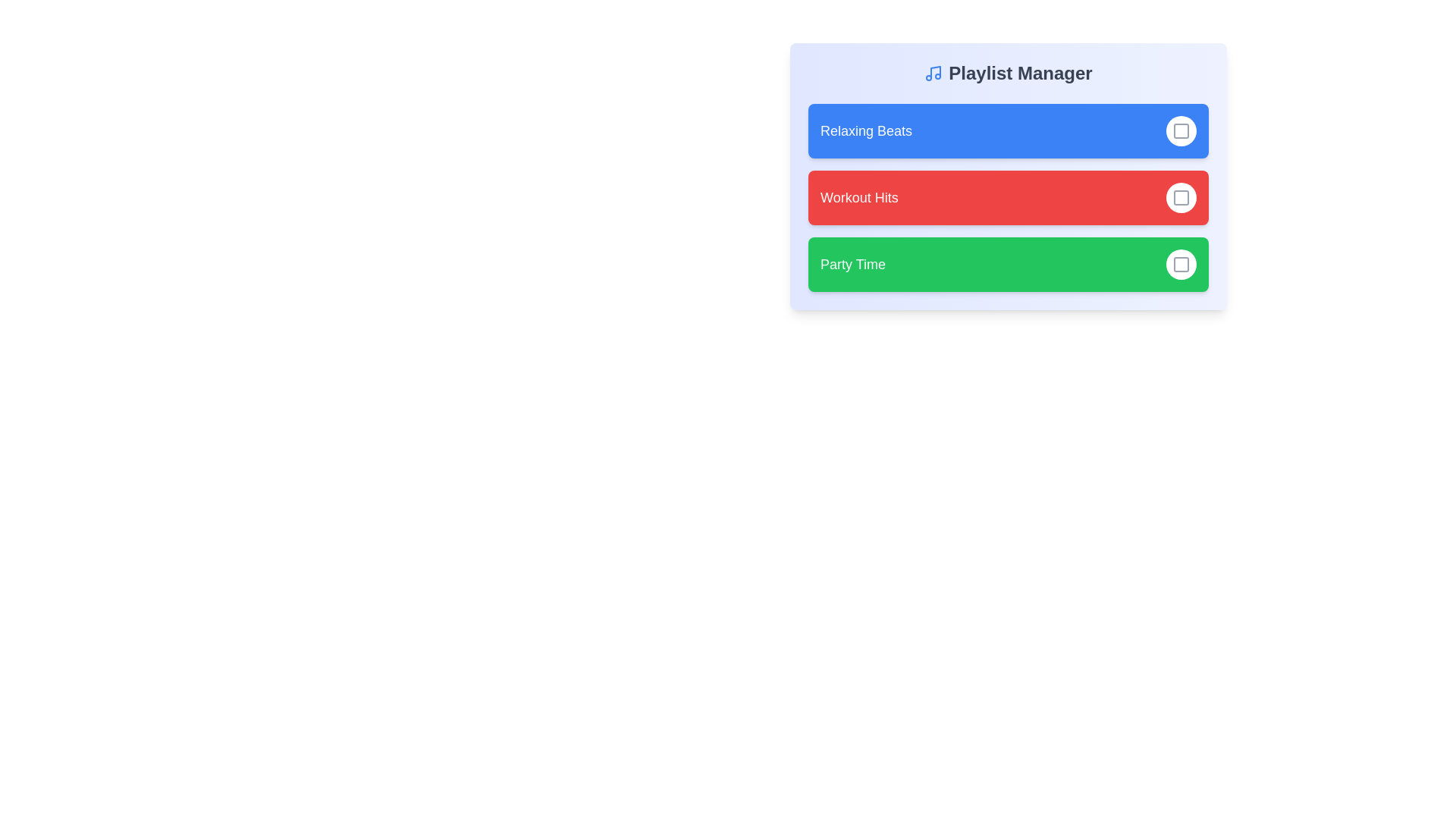 Image resolution: width=1456 pixels, height=819 pixels. I want to click on the playlist Party Time, so click(1181, 263).